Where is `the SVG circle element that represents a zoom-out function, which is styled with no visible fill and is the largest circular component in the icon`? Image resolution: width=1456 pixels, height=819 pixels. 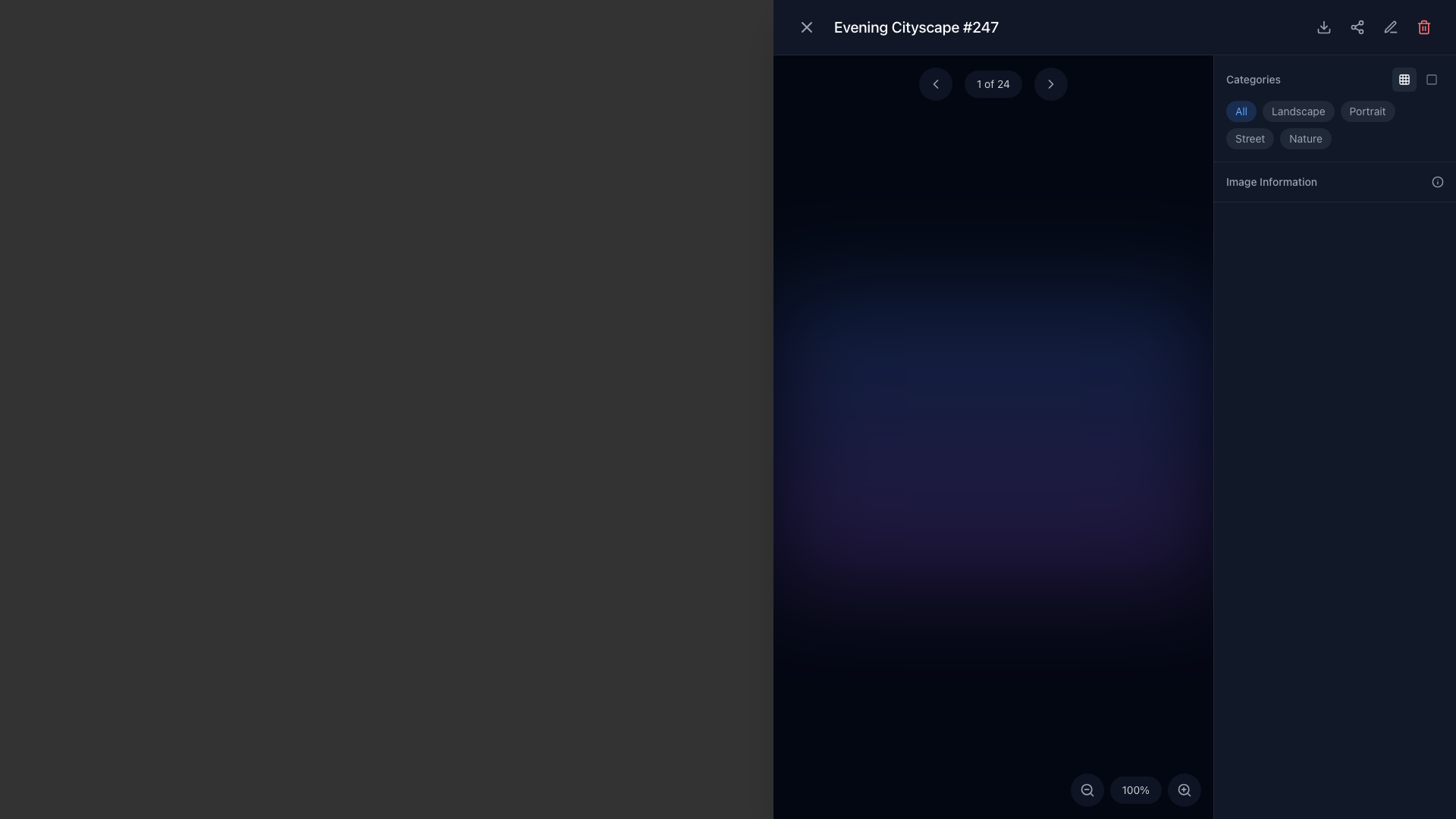 the SVG circle element that represents a zoom-out function, which is styled with no visible fill and is the largest circular component in the icon is located at coordinates (1085, 789).